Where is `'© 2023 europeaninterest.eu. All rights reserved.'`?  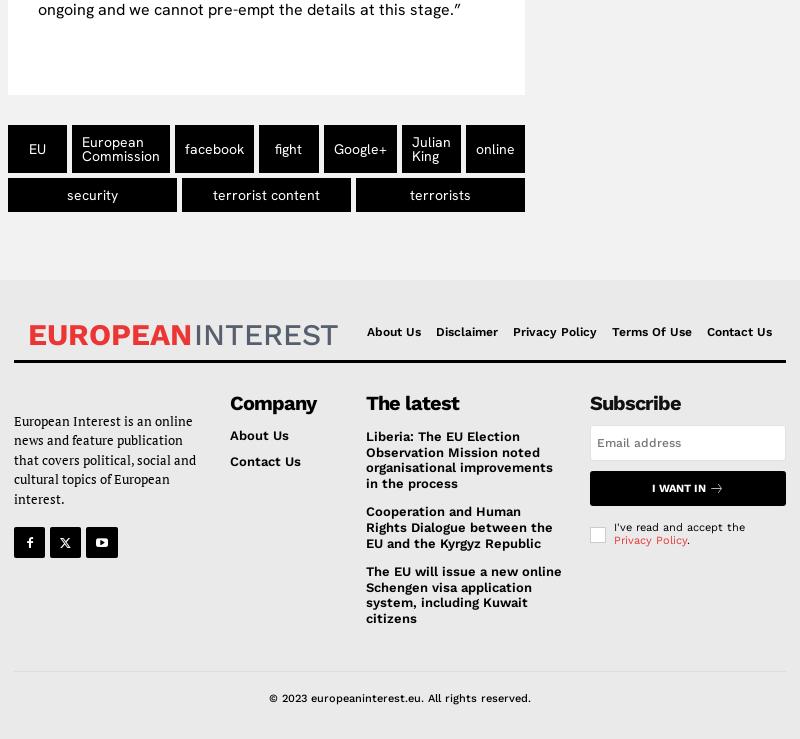 '© 2023 europeaninterest.eu. All rights reserved.' is located at coordinates (400, 696).